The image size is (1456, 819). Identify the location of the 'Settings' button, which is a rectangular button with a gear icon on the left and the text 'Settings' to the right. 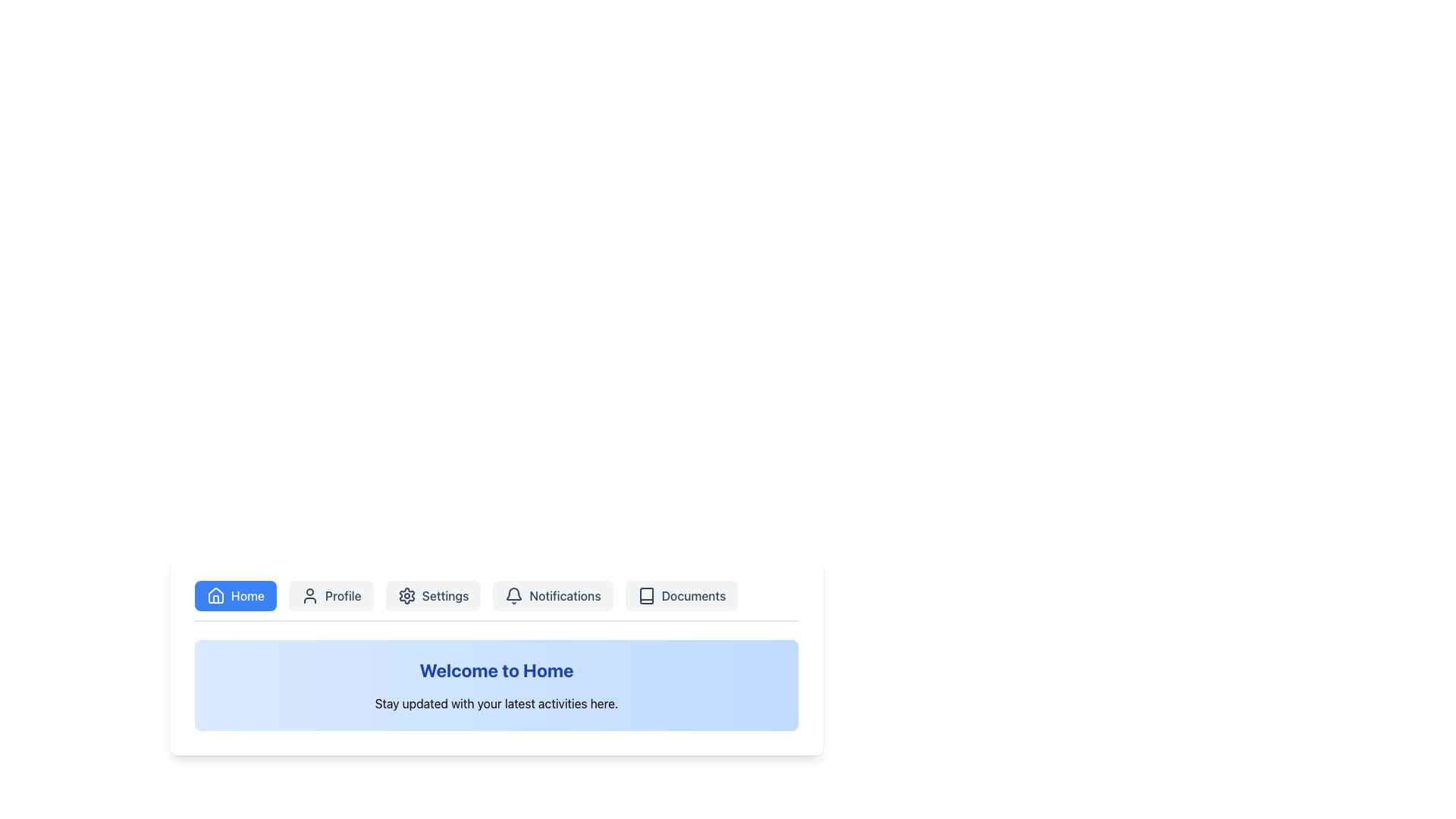
(432, 595).